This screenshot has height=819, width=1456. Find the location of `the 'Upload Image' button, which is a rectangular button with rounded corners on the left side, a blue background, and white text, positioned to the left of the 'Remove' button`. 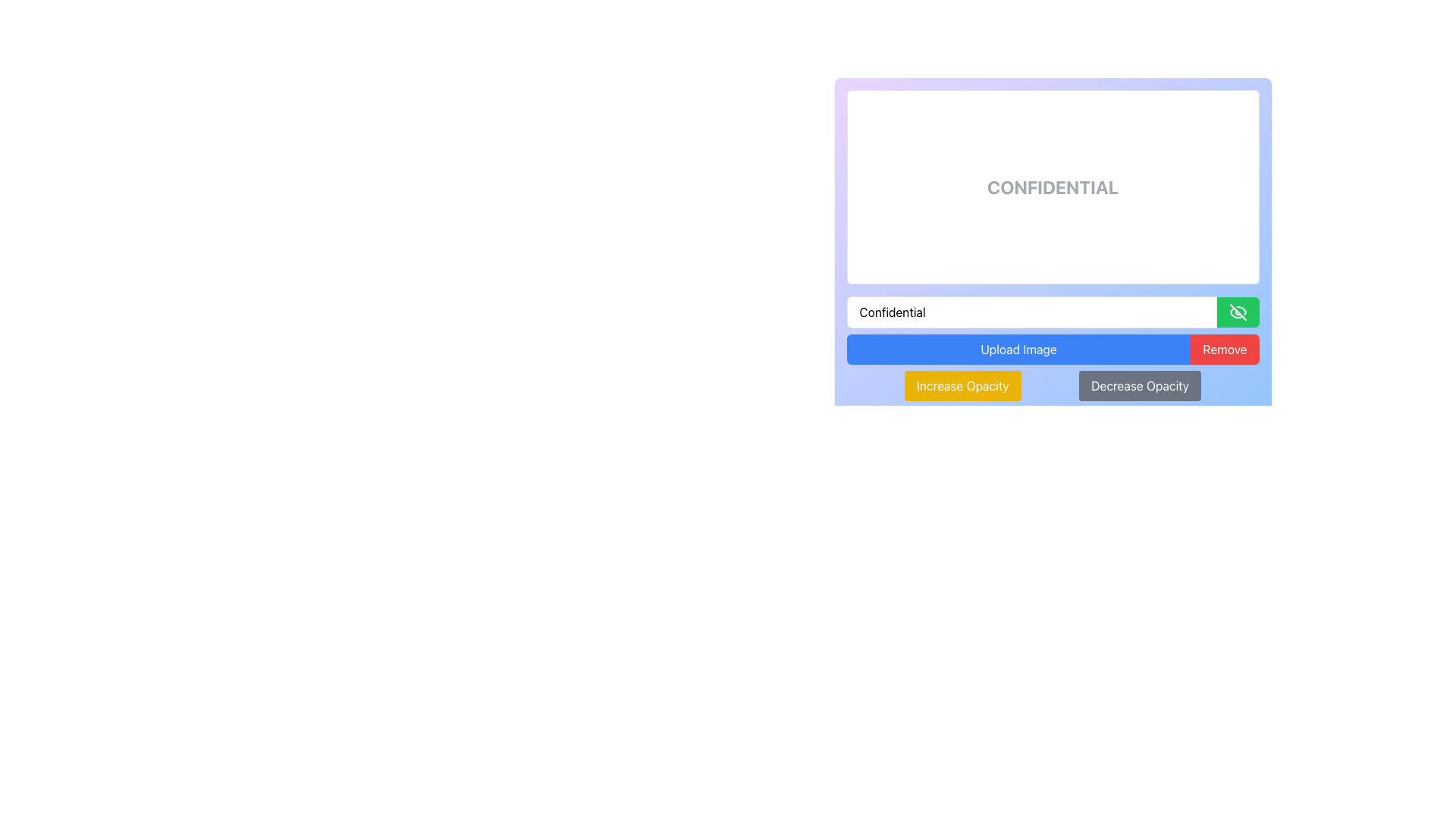

the 'Upload Image' button, which is a rectangular button with rounded corners on the left side, a blue background, and white text, positioned to the left of the 'Remove' button is located at coordinates (1018, 350).